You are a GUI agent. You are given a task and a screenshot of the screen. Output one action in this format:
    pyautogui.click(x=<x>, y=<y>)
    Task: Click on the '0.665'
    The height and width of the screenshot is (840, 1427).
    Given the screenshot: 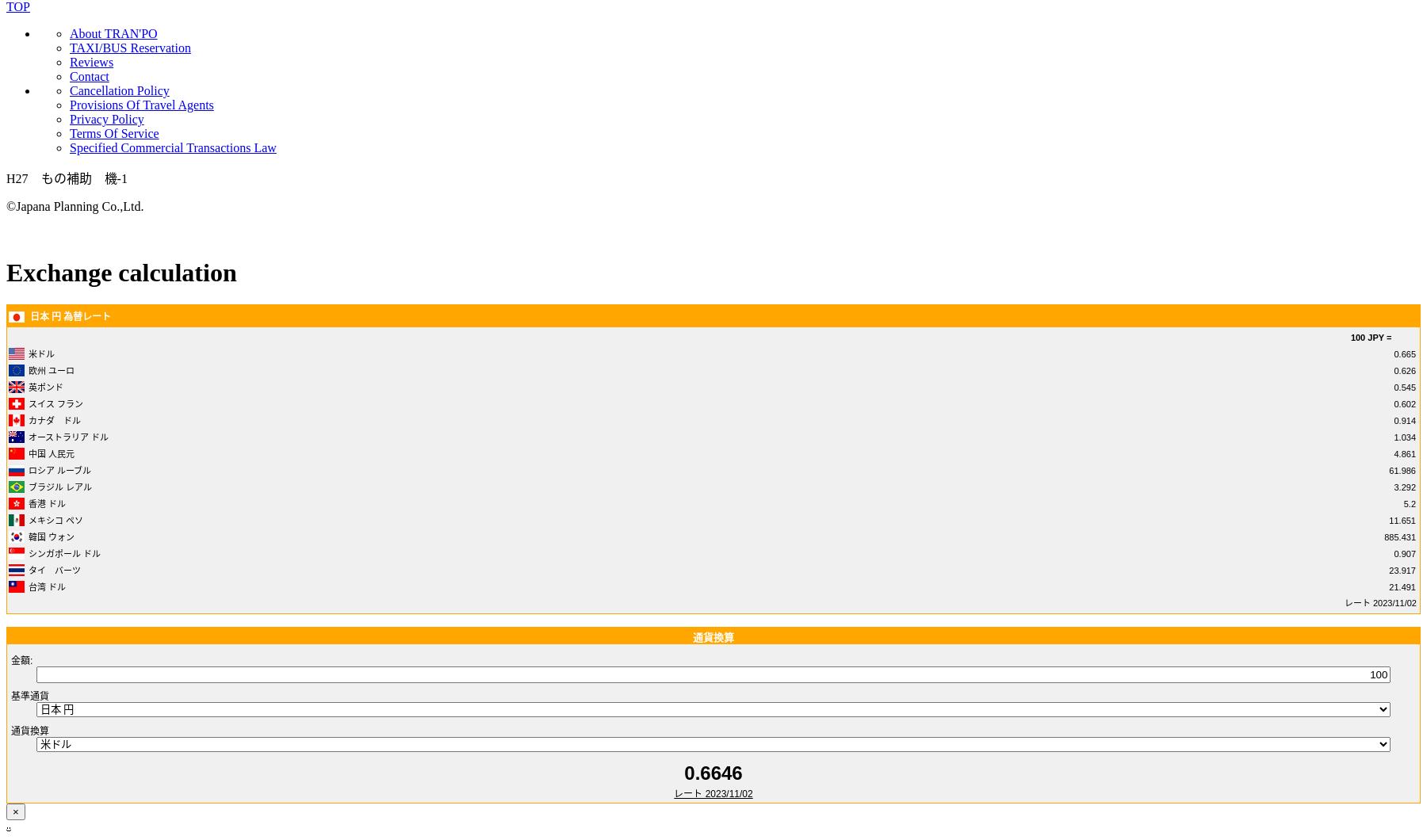 What is the action you would take?
    pyautogui.click(x=1394, y=353)
    